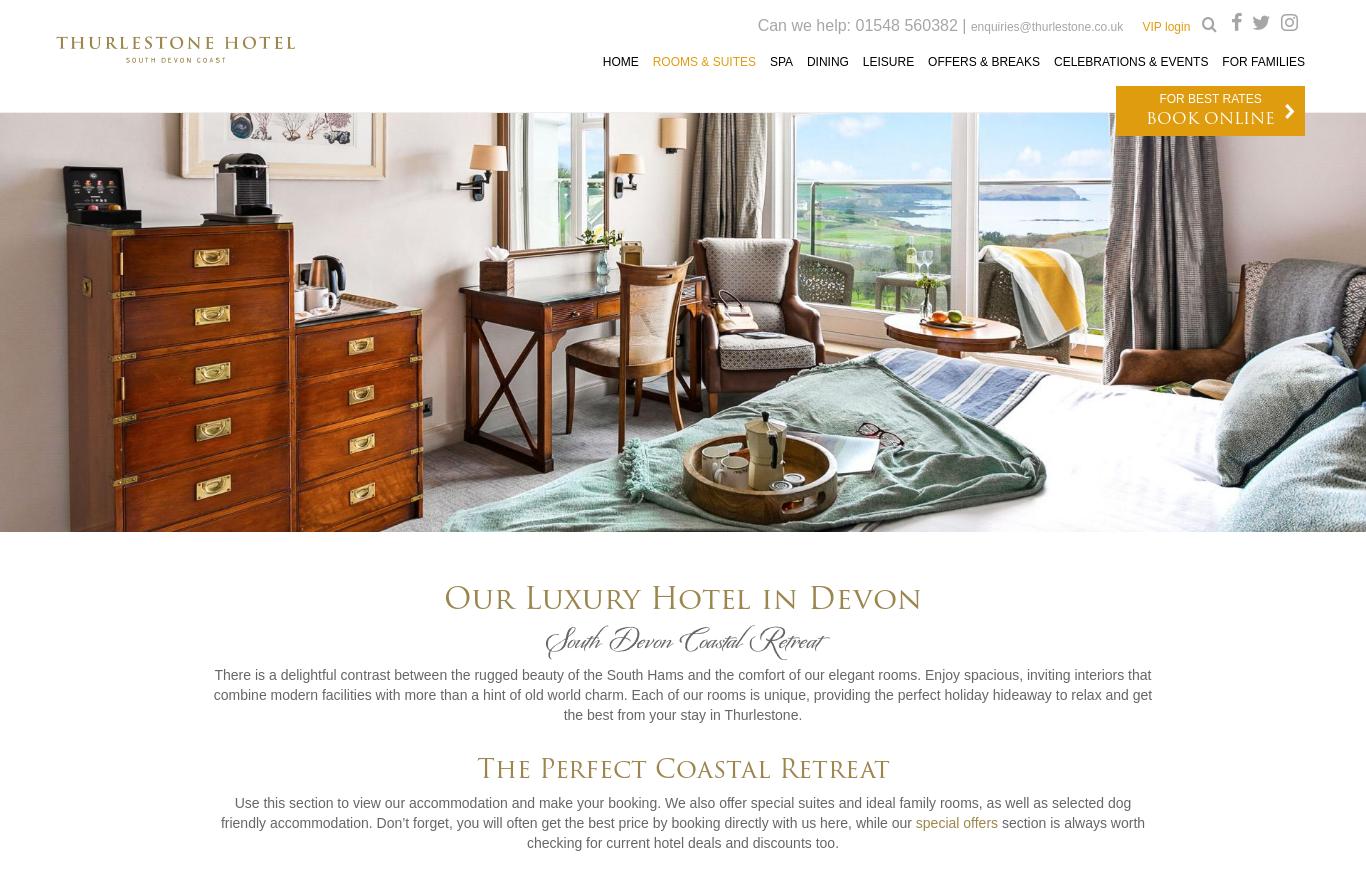  Describe the element at coordinates (681, 694) in the screenshot. I see `'There is a delightful contrast between the rugged beauty of the South Hams and the comfort of our elegant rooms. Enjoy spacious, inviting interiors that combine modern facilities with more than a hint of old world charm. Each of our rooms is unique, providing the perfect holiday hideaway to relax and get the best from your stay in Thurlestone.'` at that location.